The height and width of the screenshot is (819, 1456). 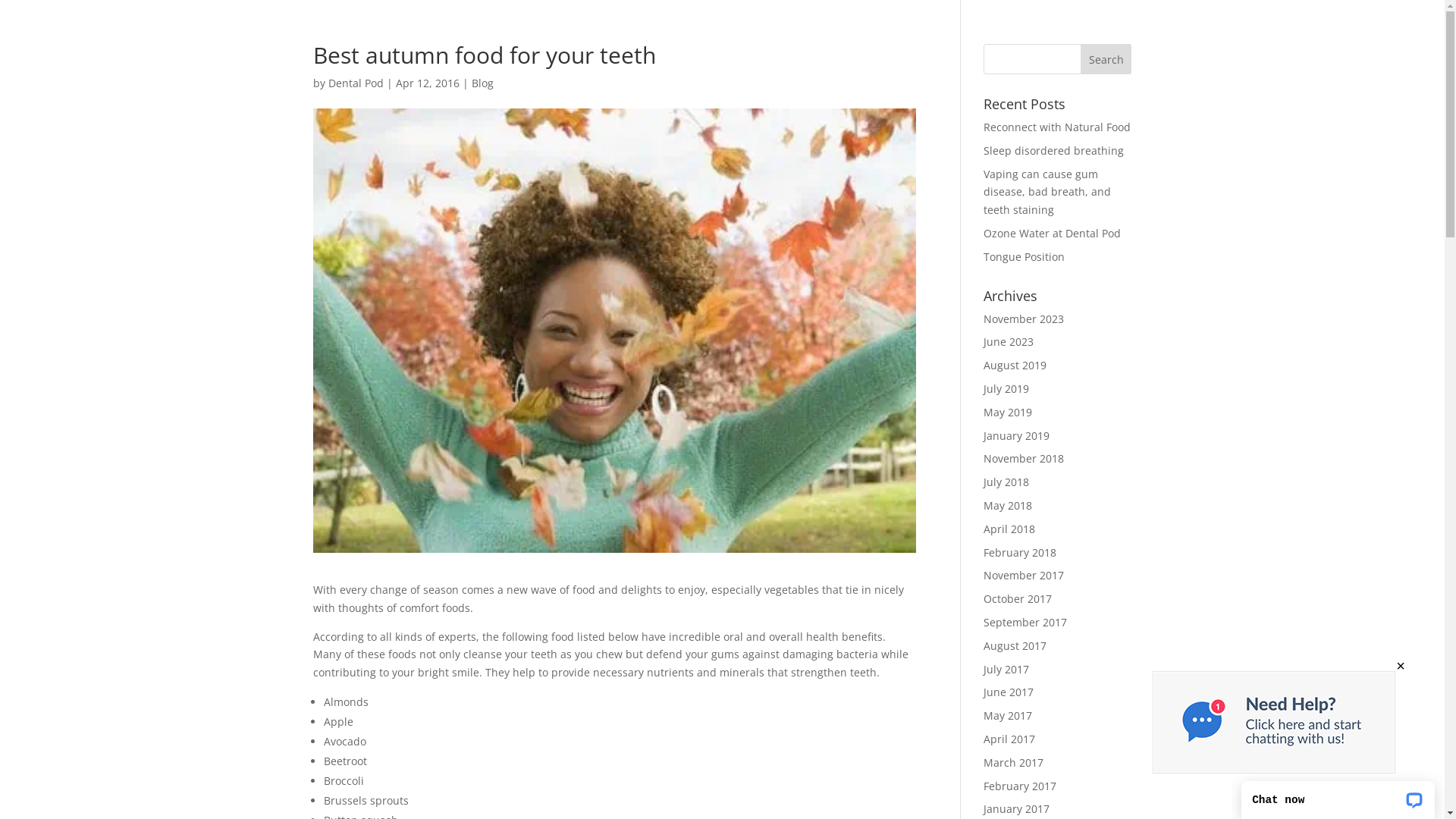 What do you see at coordinates (983, 785) in the screenshot?
I see `'February 2017'` at bounding box center [983, 785].